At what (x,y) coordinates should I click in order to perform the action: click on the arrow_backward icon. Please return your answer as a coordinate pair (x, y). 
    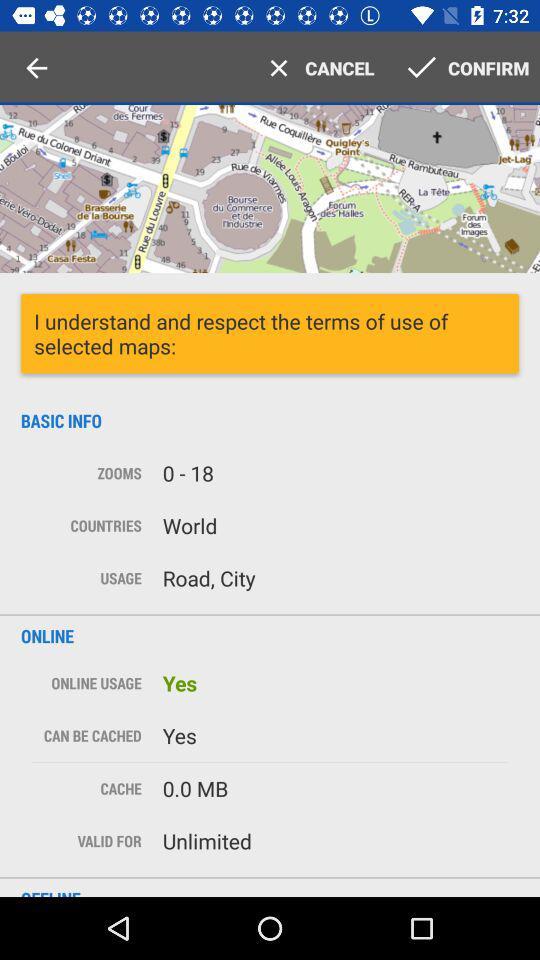
    Looking at the image, I should click on (36, 68).